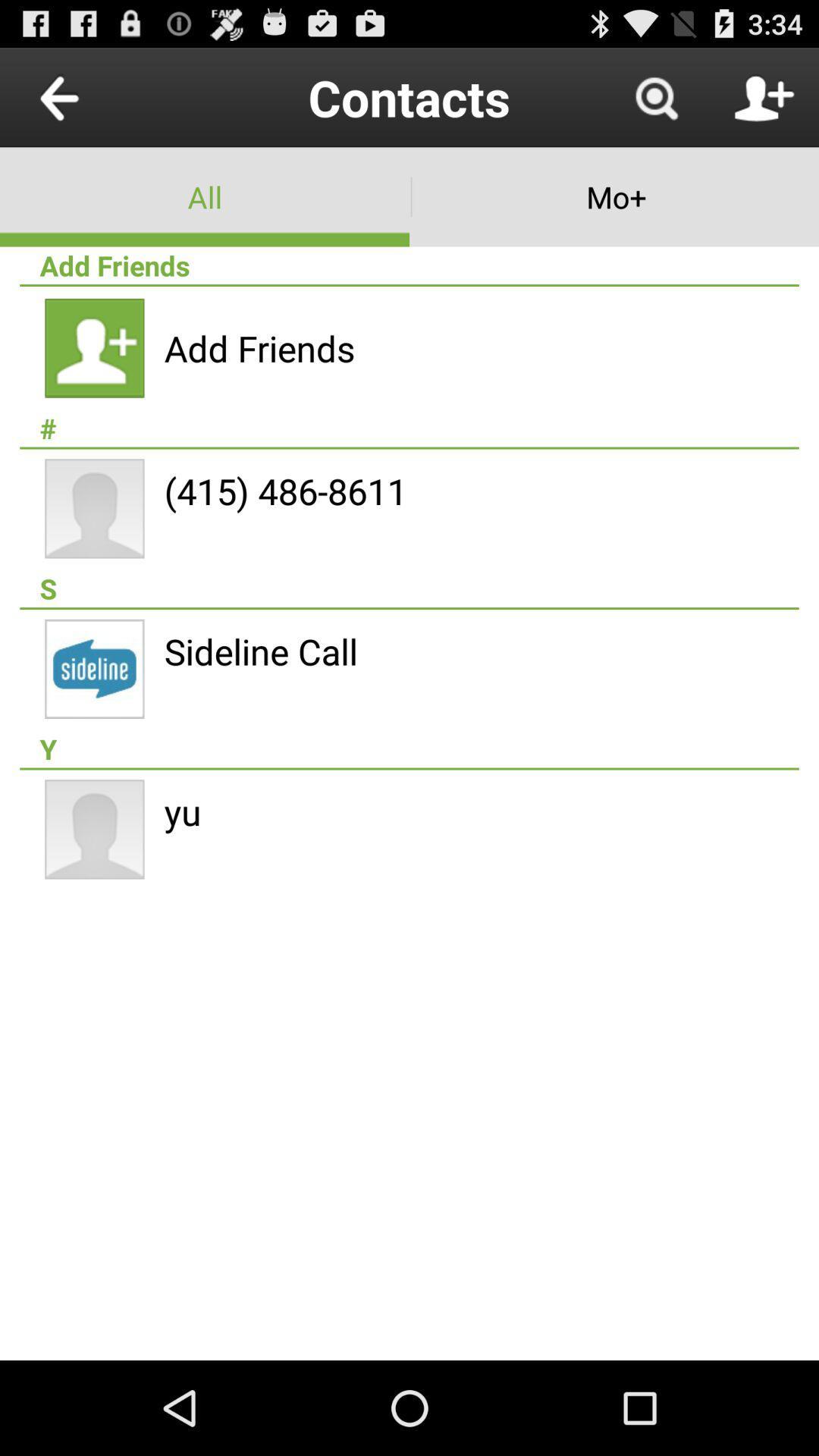 The width and height of the screenshot is (819, 1456). I want to click on the app next to the mo+ icon, so click(205, 196).